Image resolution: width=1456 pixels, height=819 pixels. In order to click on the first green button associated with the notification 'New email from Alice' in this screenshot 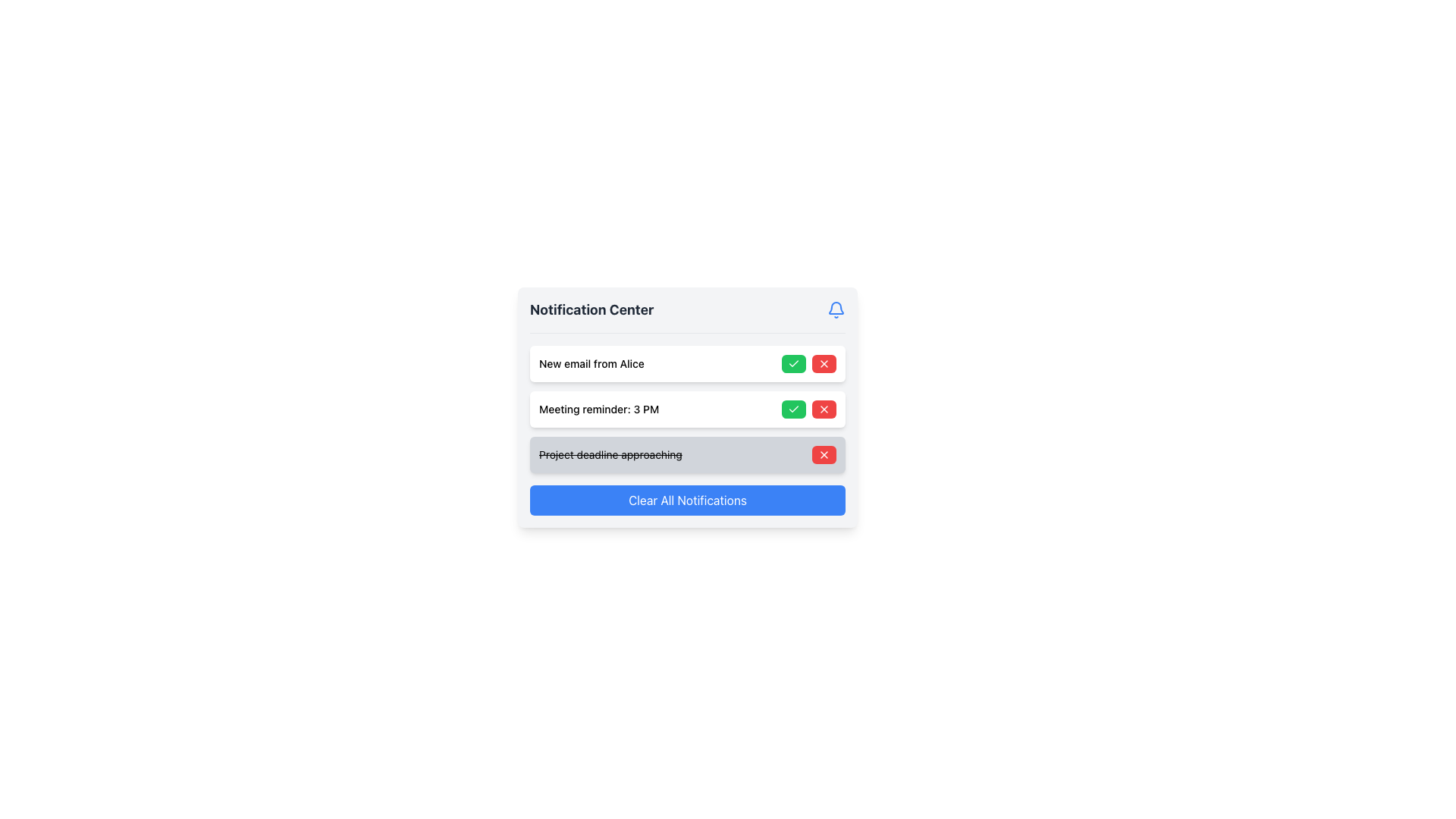, I will do `click(792, 363)`.